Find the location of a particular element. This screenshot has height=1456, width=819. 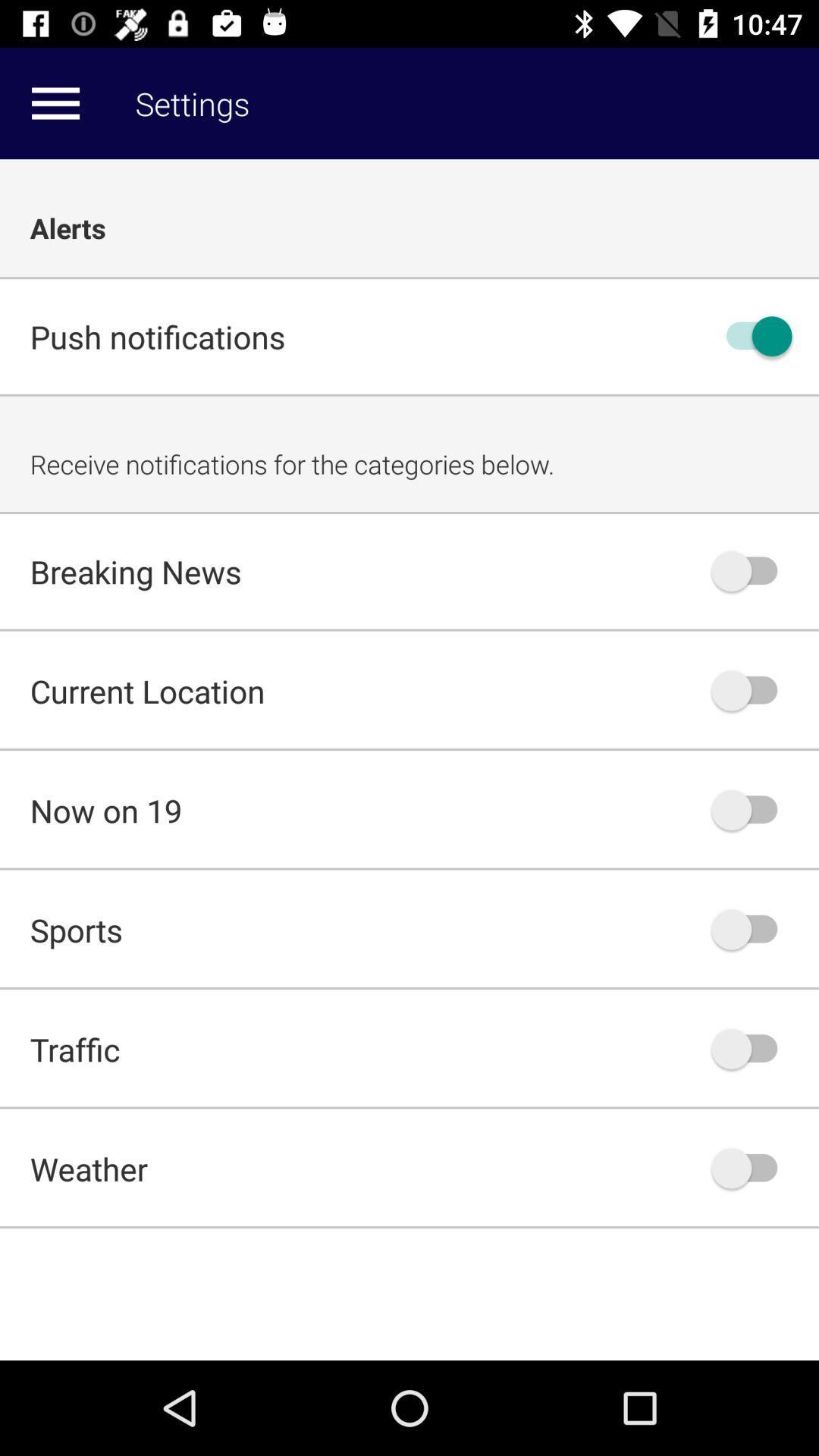

now on 19 option is located at coordinates (752, 809).